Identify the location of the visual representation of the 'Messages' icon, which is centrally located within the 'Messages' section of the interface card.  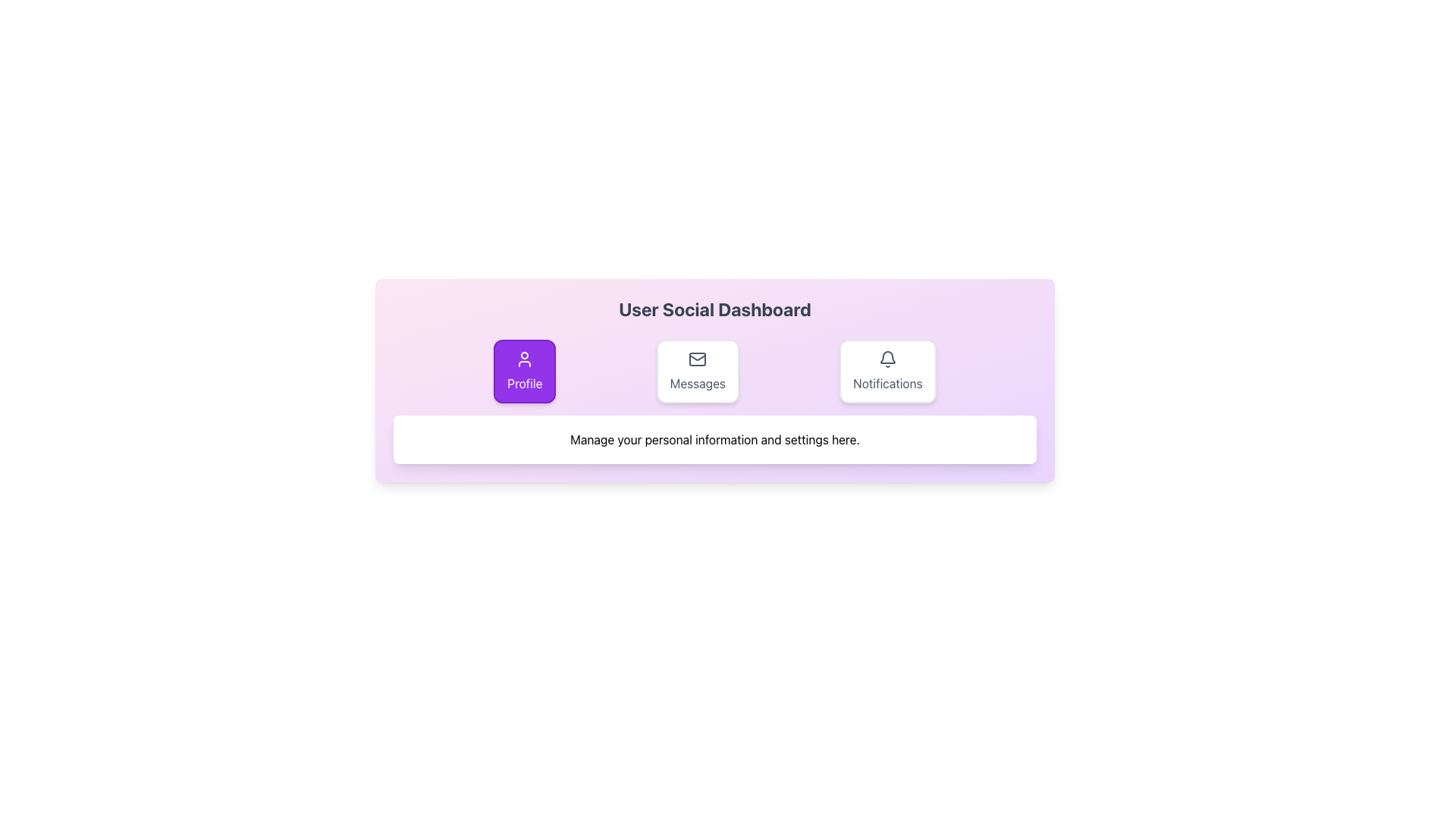
(697, 359).